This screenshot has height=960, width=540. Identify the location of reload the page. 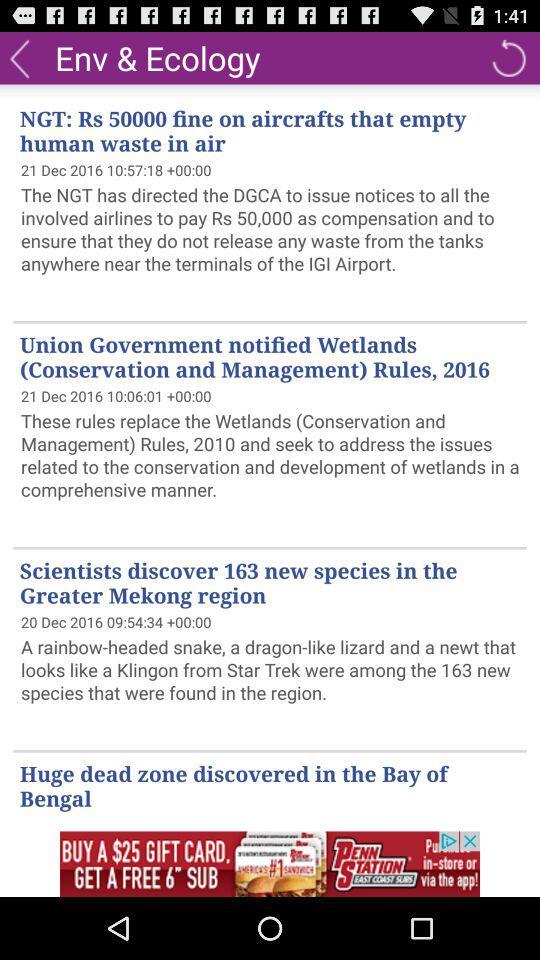
(508, 56).